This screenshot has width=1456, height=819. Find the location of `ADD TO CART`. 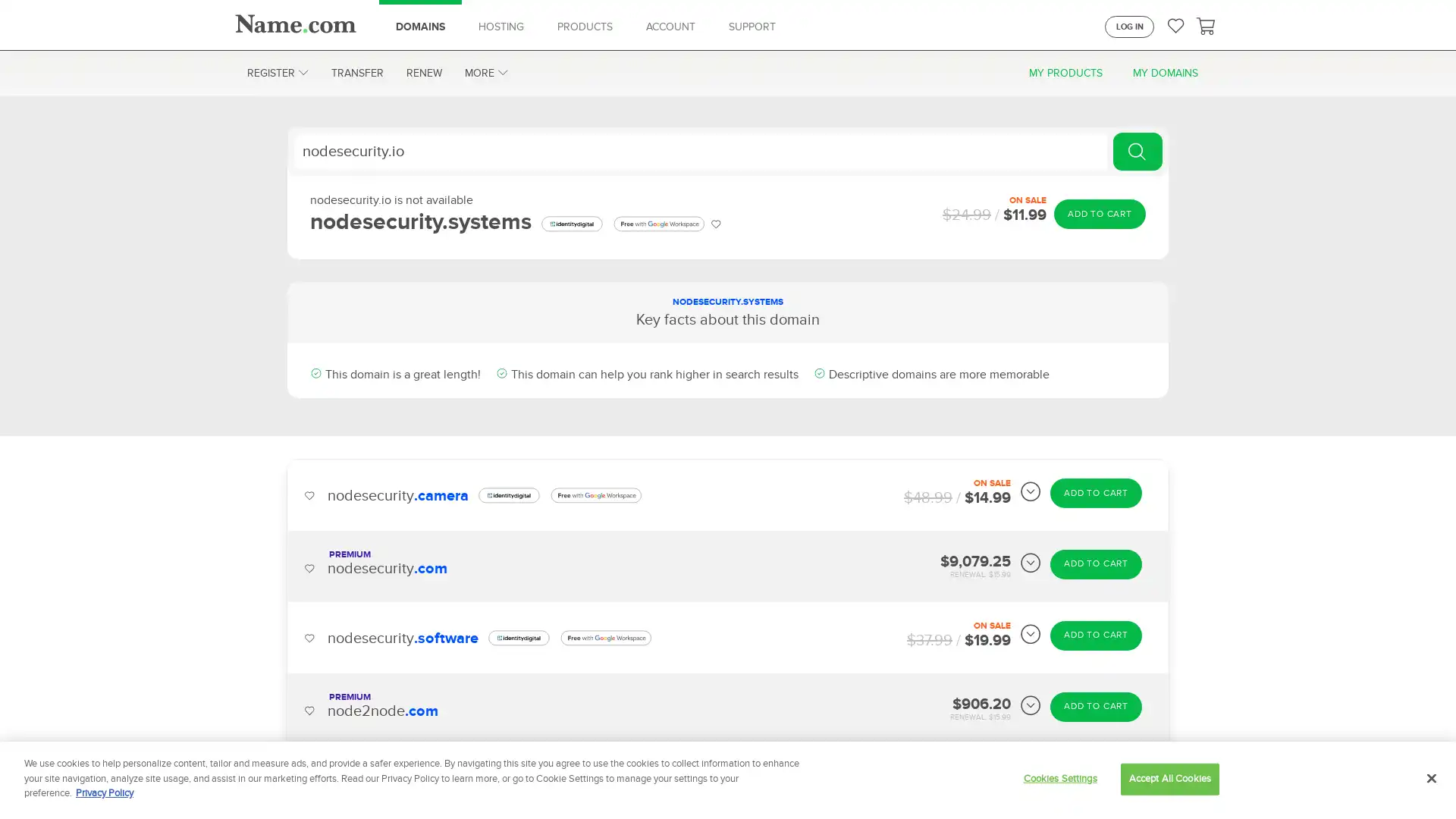

ADD TO CART is located at coordinates (1096, 493).